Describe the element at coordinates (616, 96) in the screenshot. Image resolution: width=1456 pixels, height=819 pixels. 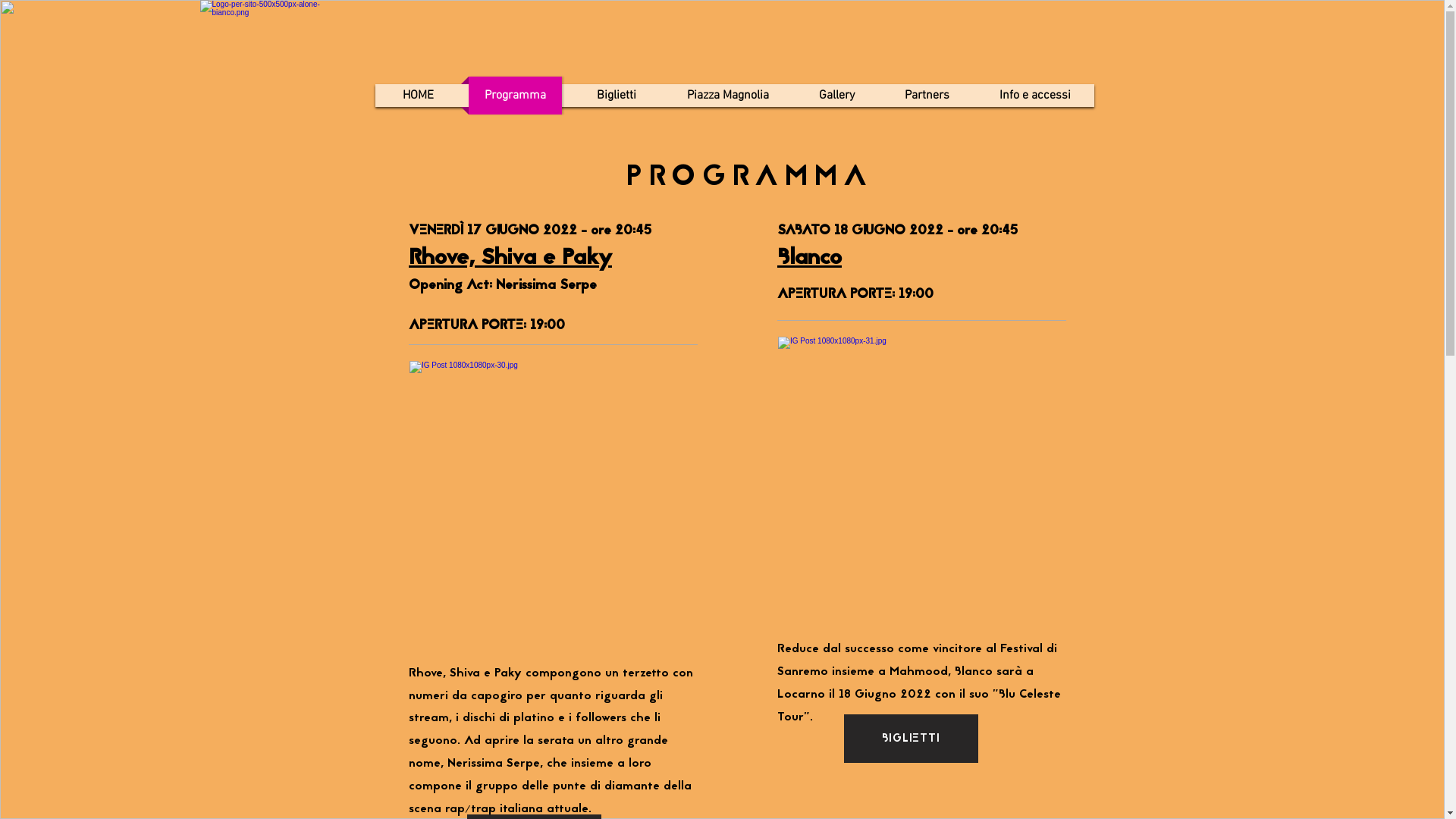
I see `'Biglietti'` at that location.